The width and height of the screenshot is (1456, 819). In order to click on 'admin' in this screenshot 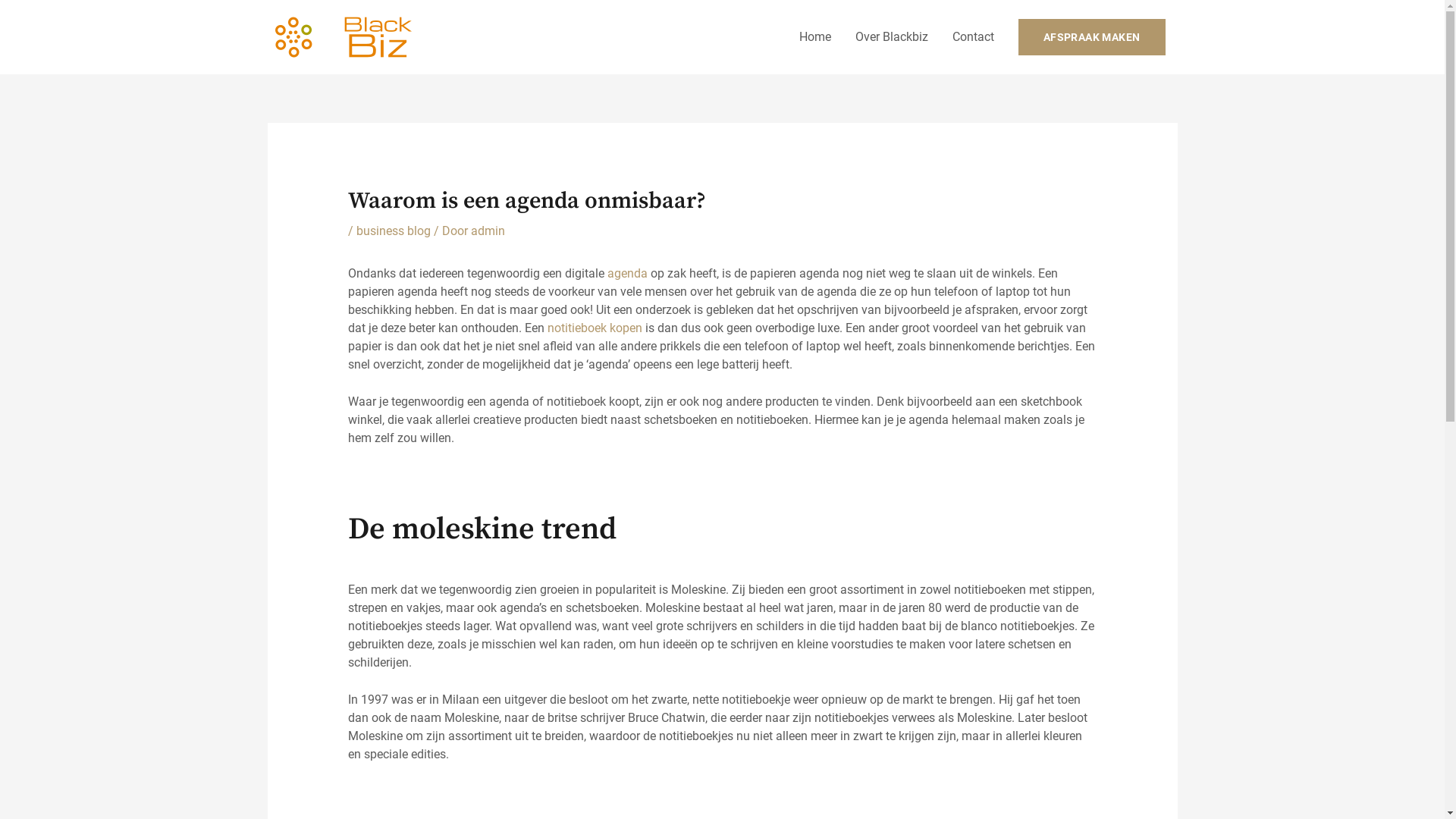, I will do `click(488, 231)`.